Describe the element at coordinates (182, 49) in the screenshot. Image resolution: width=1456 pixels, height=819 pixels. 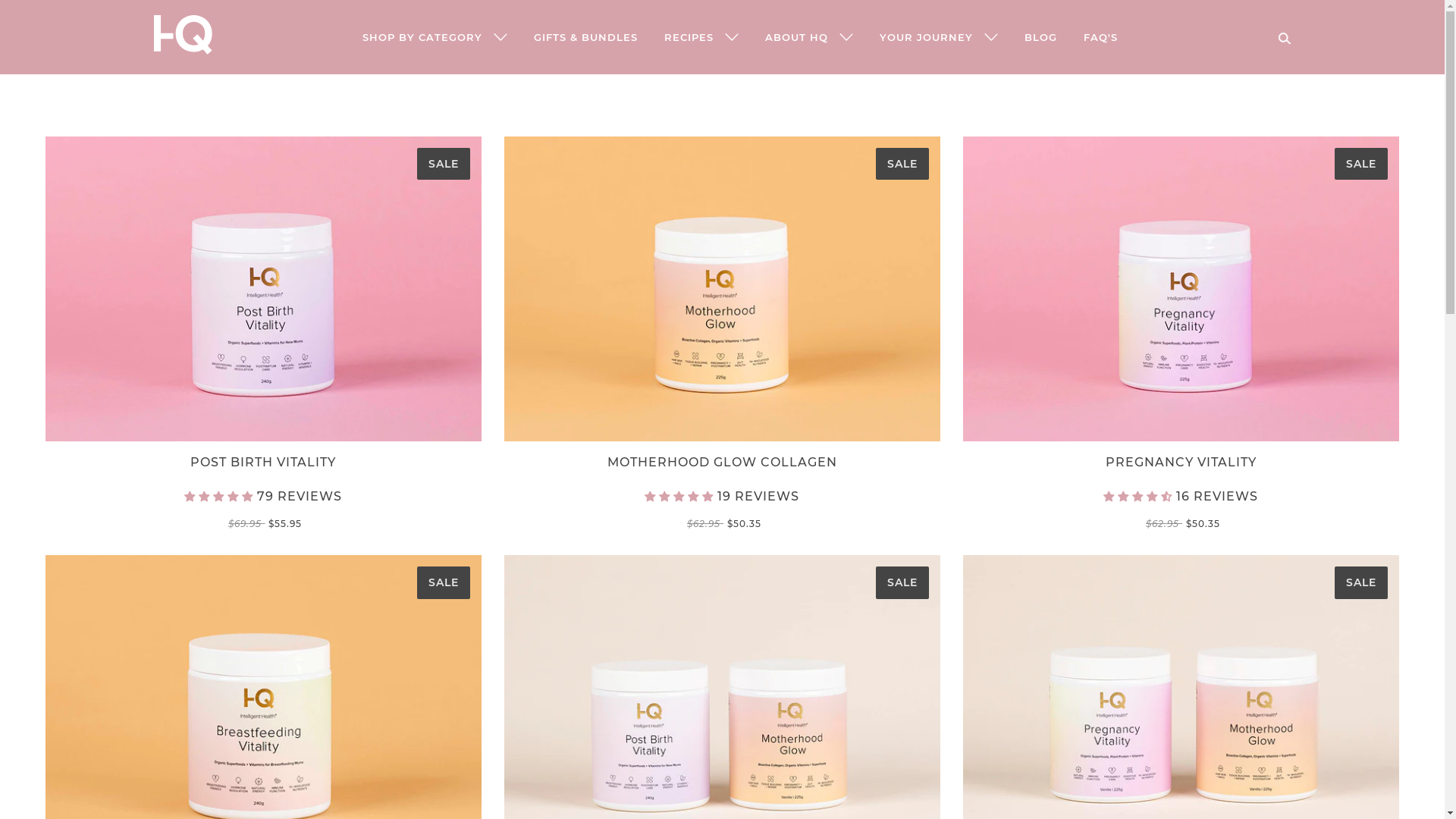
I see `'HQ | Intelligent Health'` at that location.